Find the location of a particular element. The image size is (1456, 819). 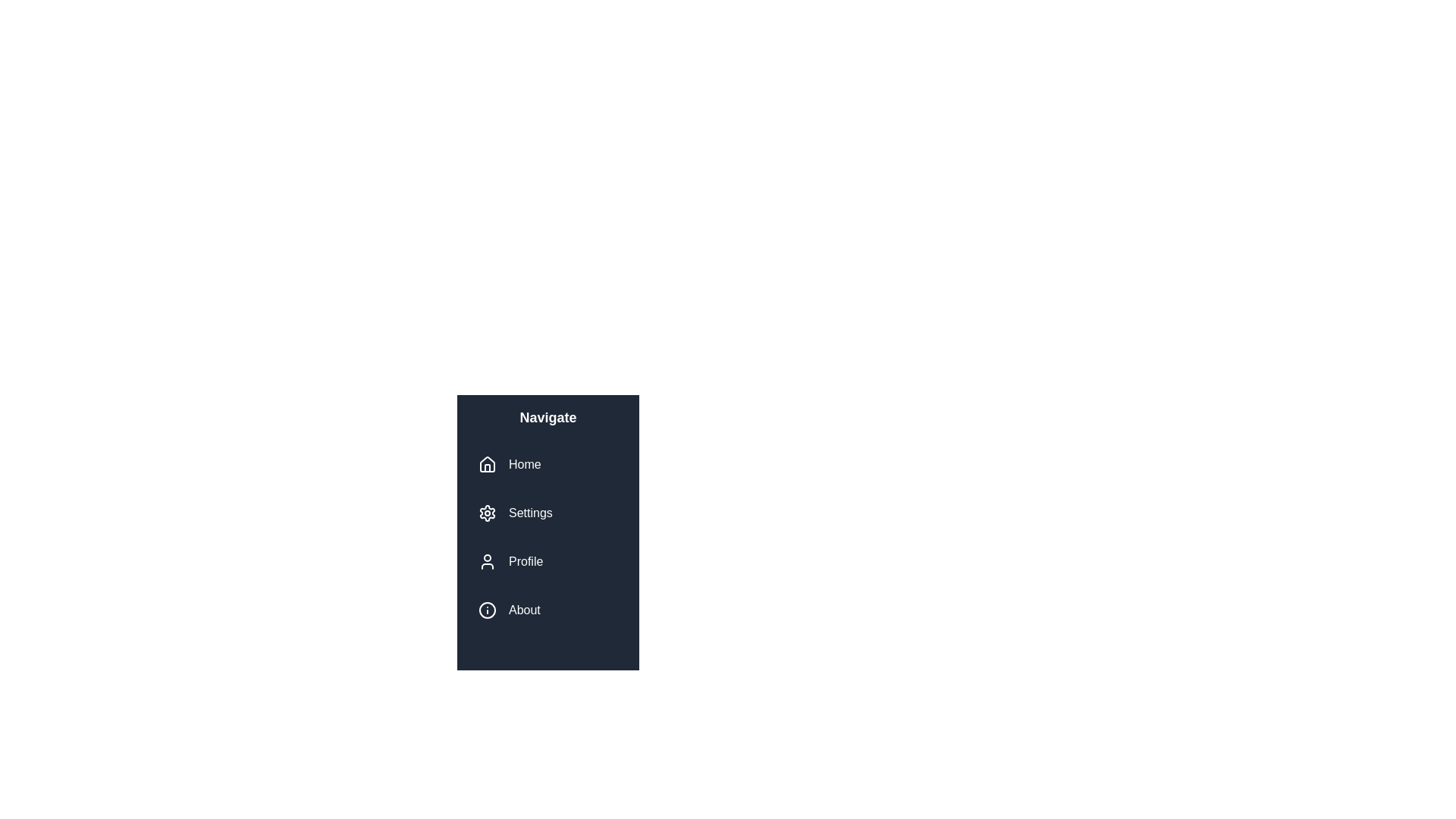

the 'Settings' icon in the sidebar menu is located at coordinates (488, 513).